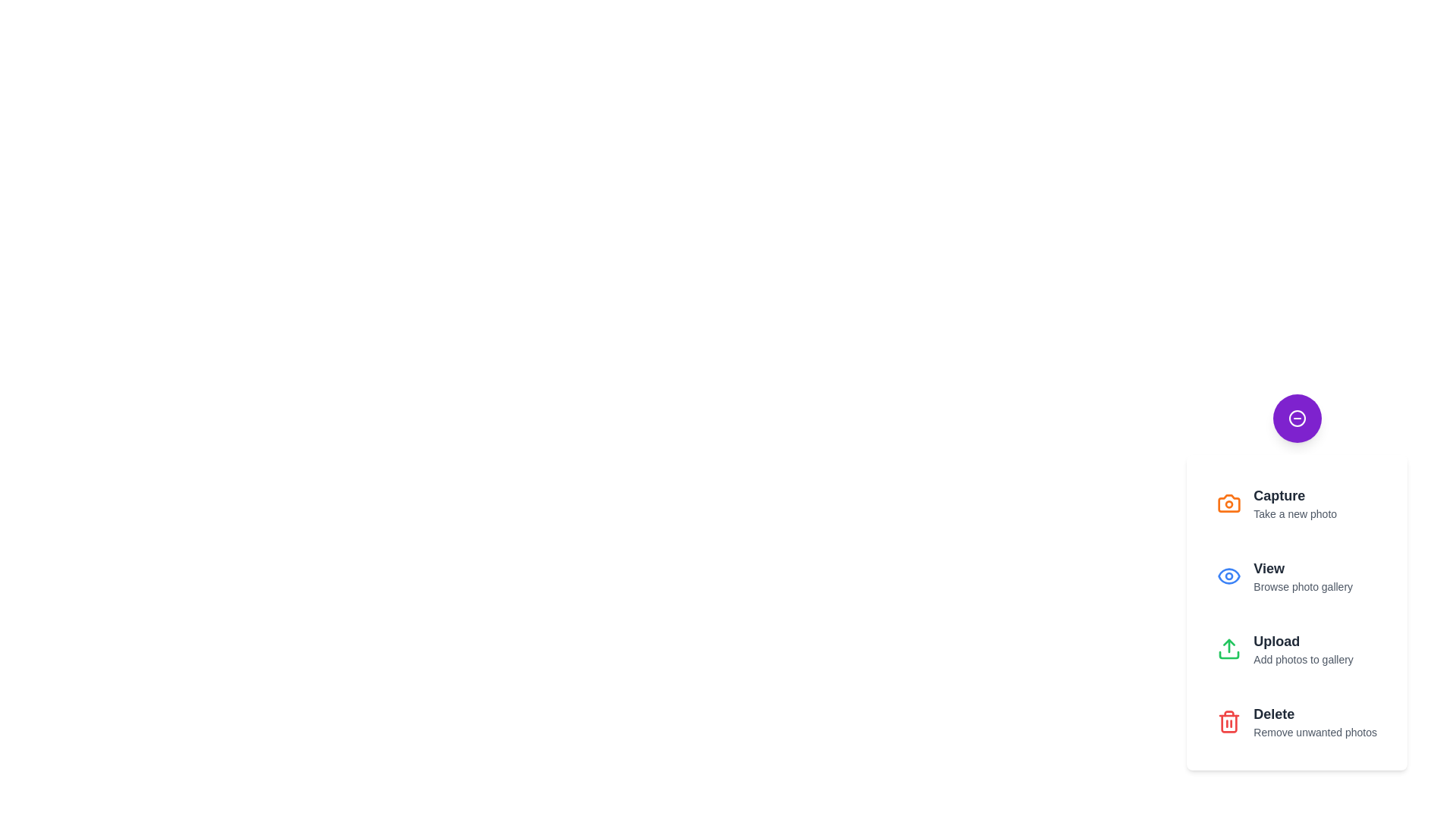 This screenshot has width=1456, height=819. I want to click on the 'Capture' button to initiate the 'Take a new photo' action, so click(1296, 503).